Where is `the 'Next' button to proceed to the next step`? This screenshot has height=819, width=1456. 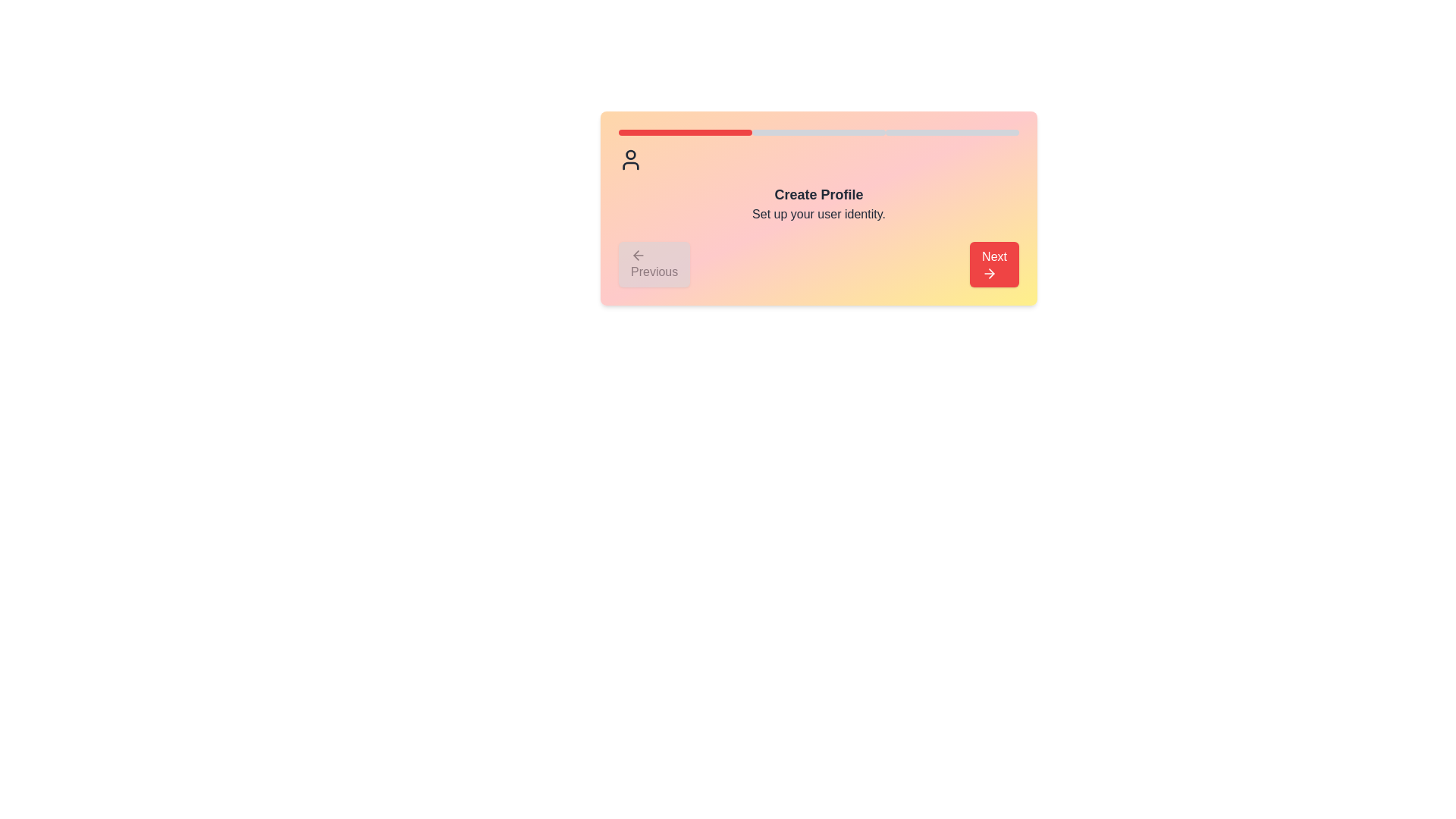 the 'Next' button to proceed to the next step is located at coordinates (993, 263).